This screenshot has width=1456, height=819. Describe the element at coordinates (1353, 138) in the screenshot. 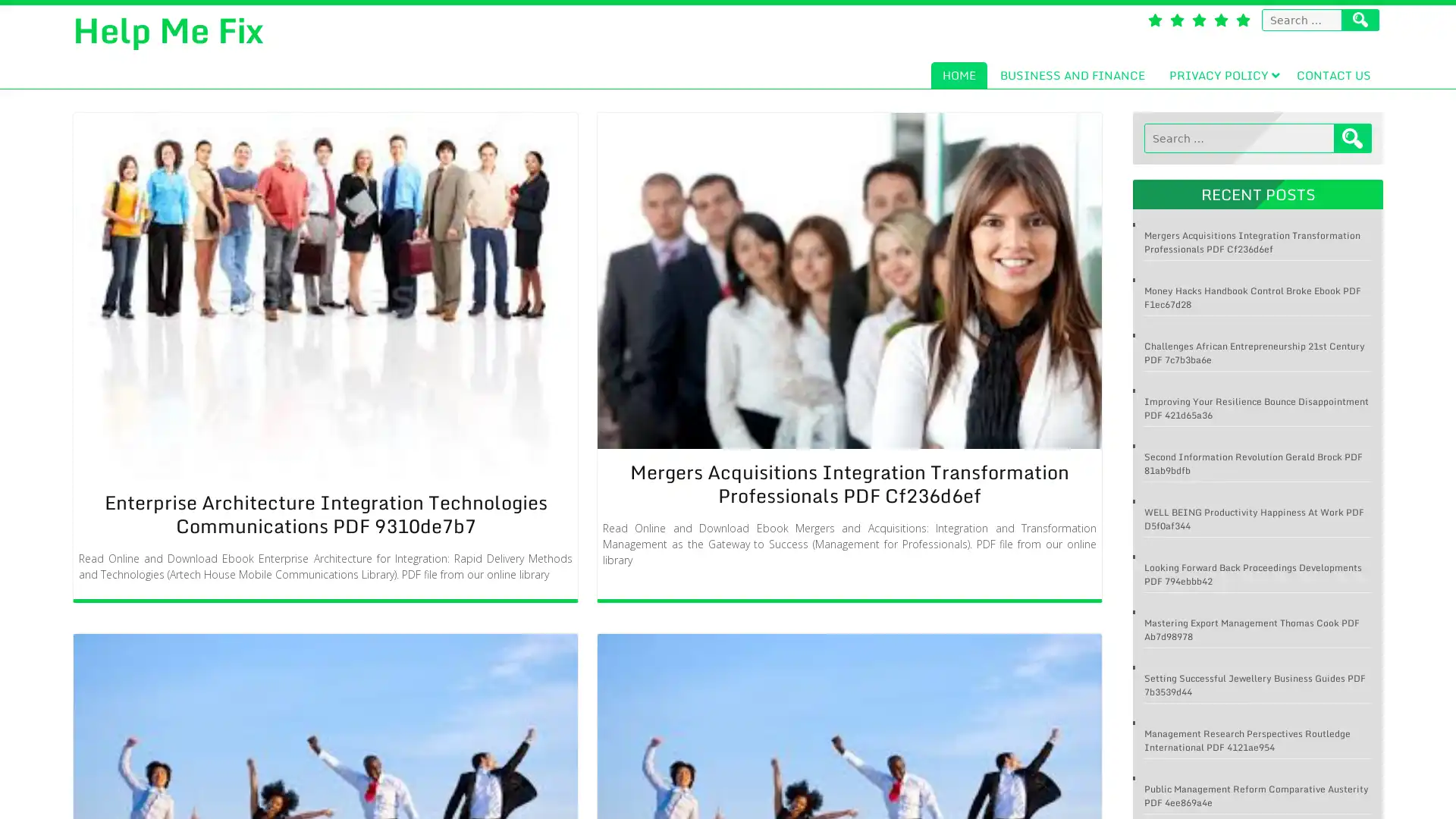

I see `Search` at that location.